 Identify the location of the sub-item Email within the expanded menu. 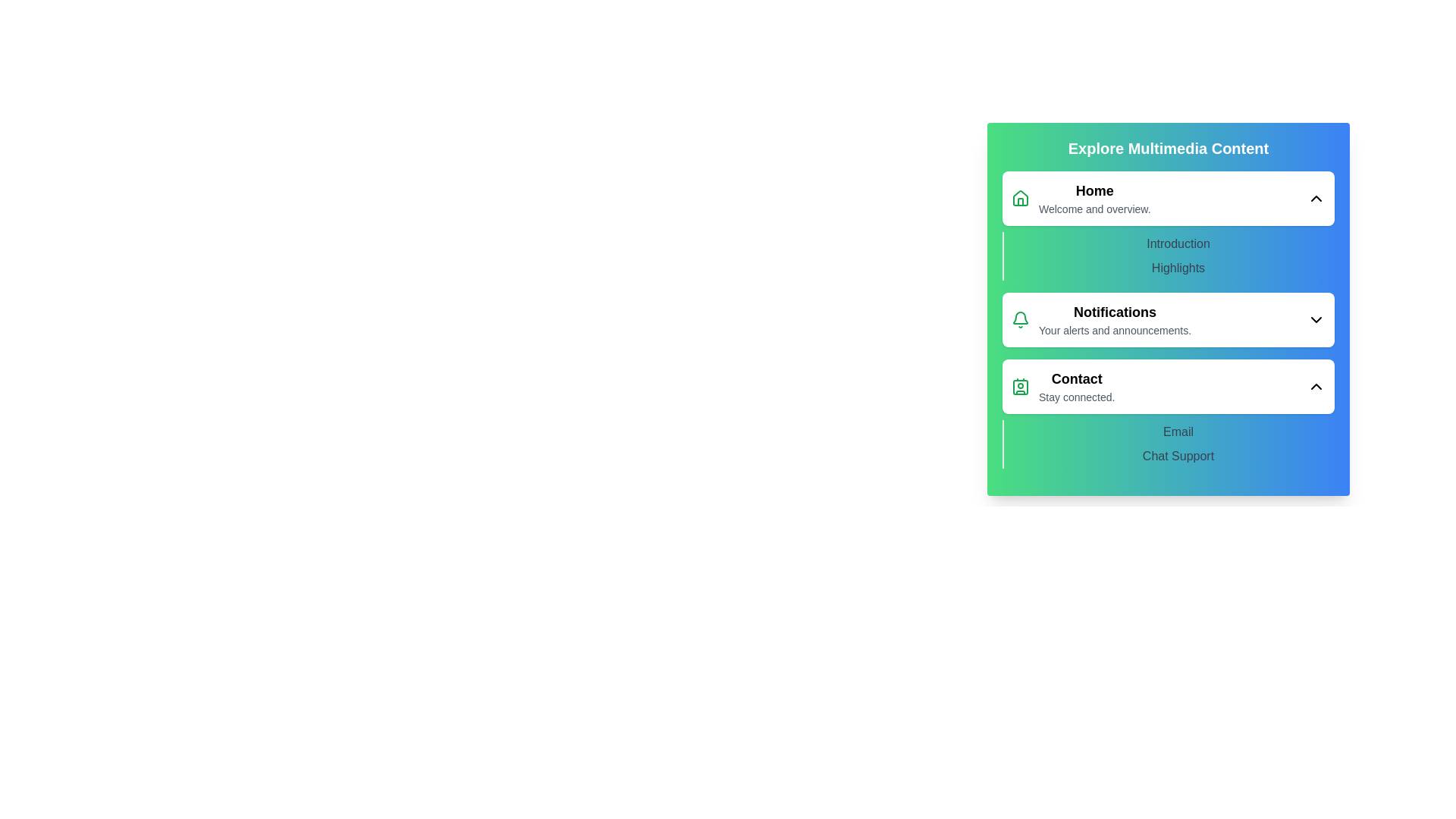
(1178, 432).